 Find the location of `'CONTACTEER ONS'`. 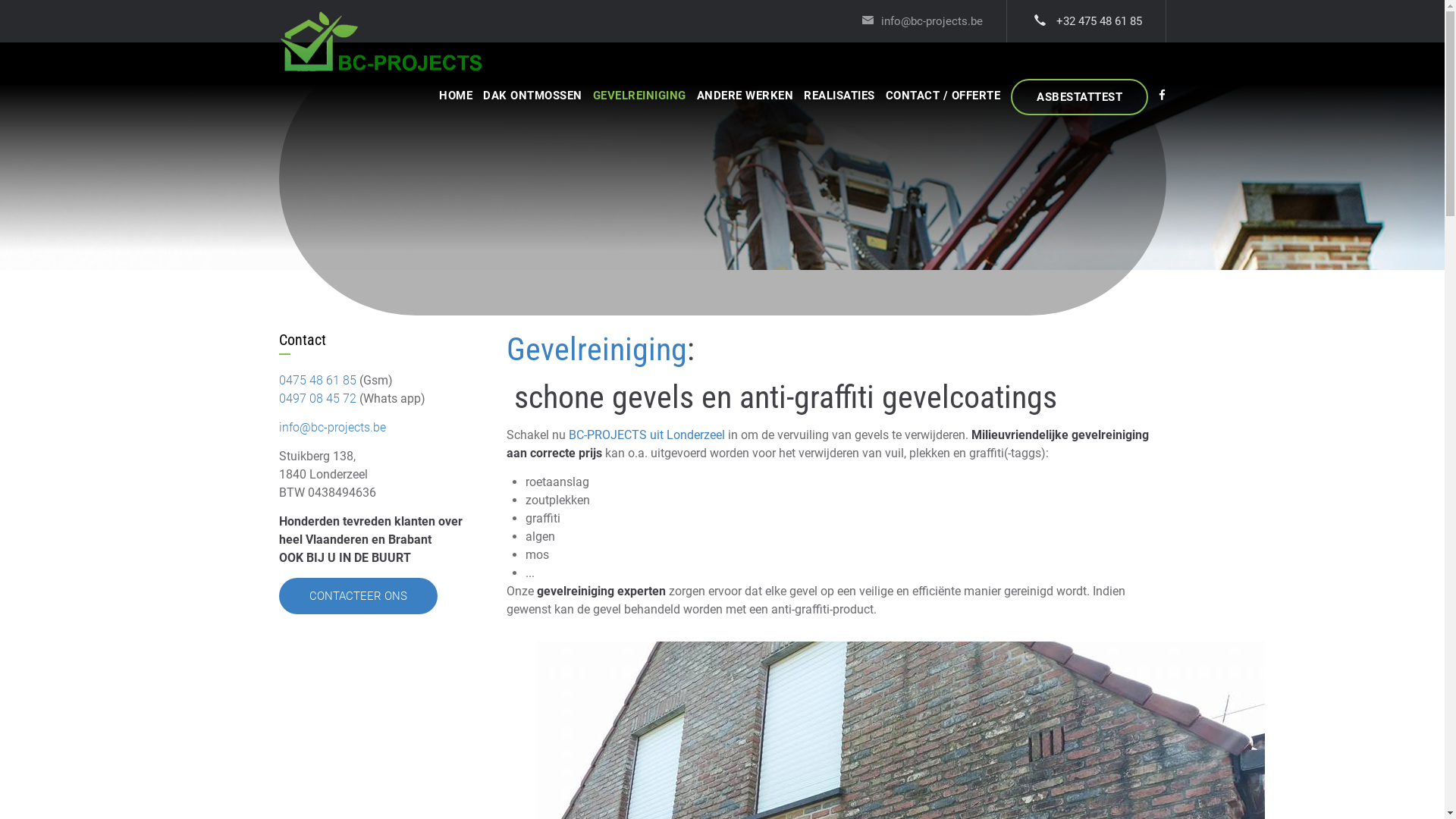

'CONTACTEER ONS' is located at coordinates (357, 595).